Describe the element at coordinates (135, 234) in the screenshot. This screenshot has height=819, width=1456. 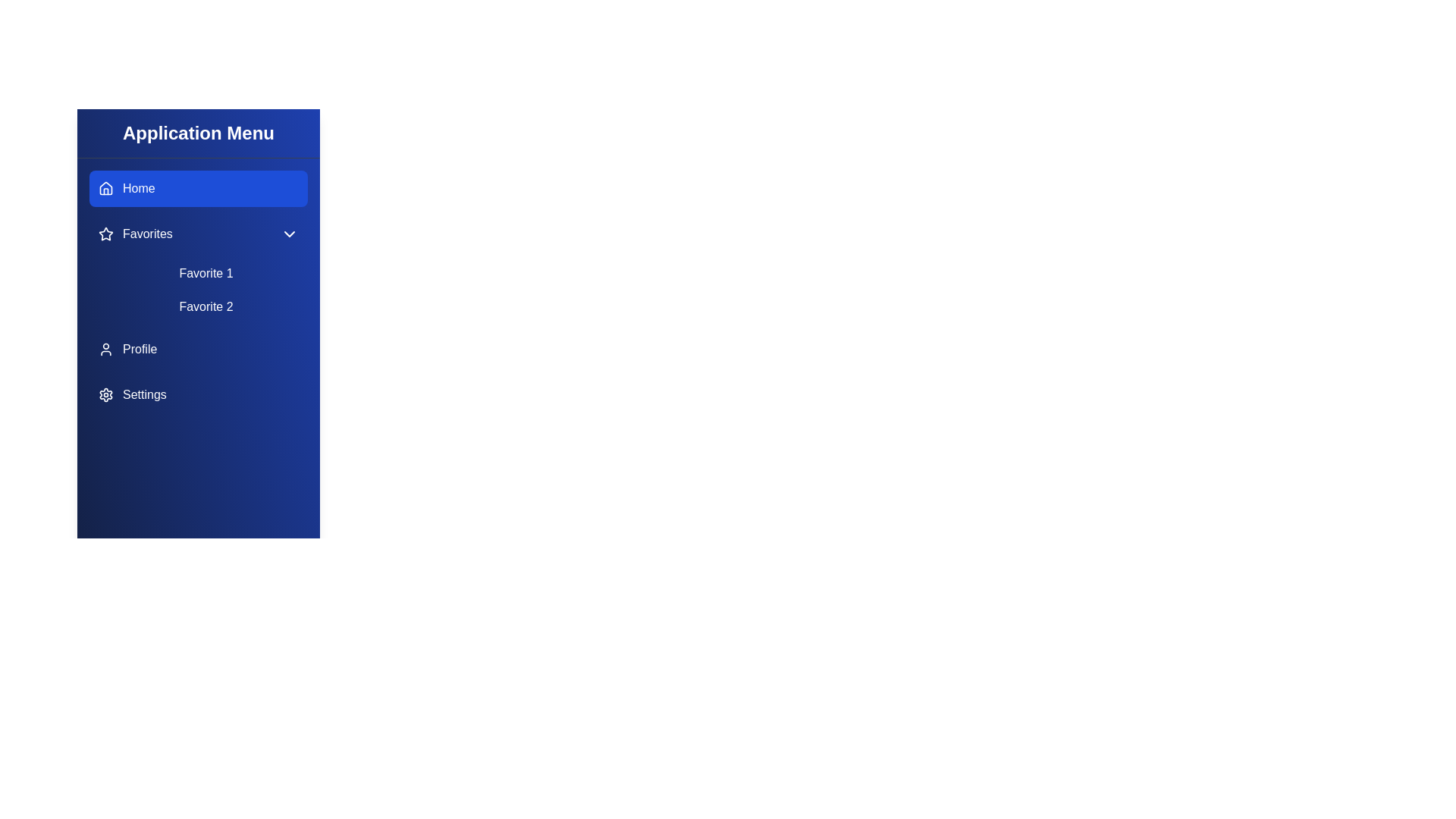
I see `the 'Favorites' navigation item, which includes a star icon and is styled in white on a dark blue background` at that location.